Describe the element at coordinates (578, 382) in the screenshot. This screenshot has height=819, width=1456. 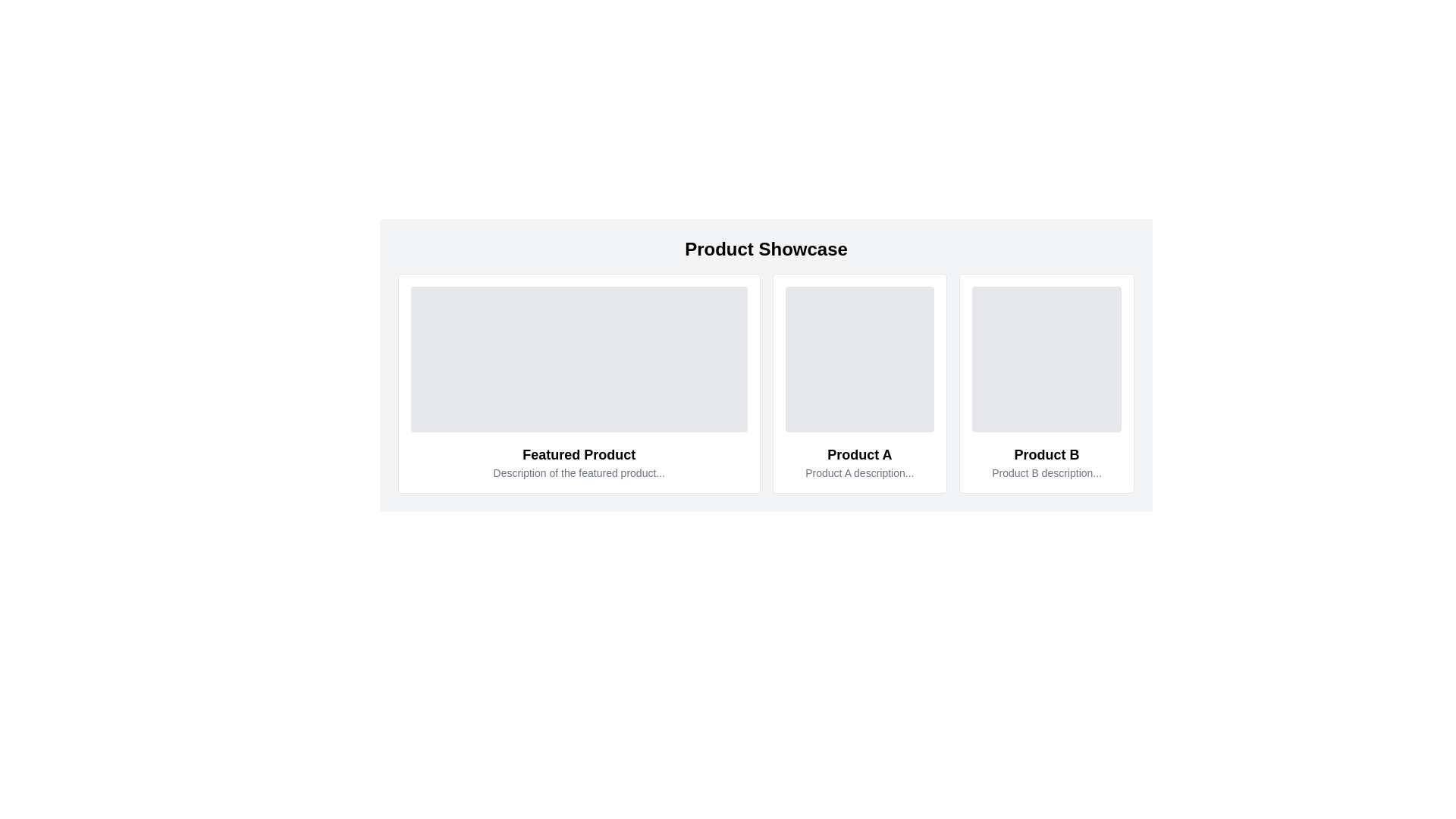
I see `title and description of the product displayed on the leftmost Content Card in the grid layout, which is positioned to the left of 'Product A' and 'Product B'` at that location.